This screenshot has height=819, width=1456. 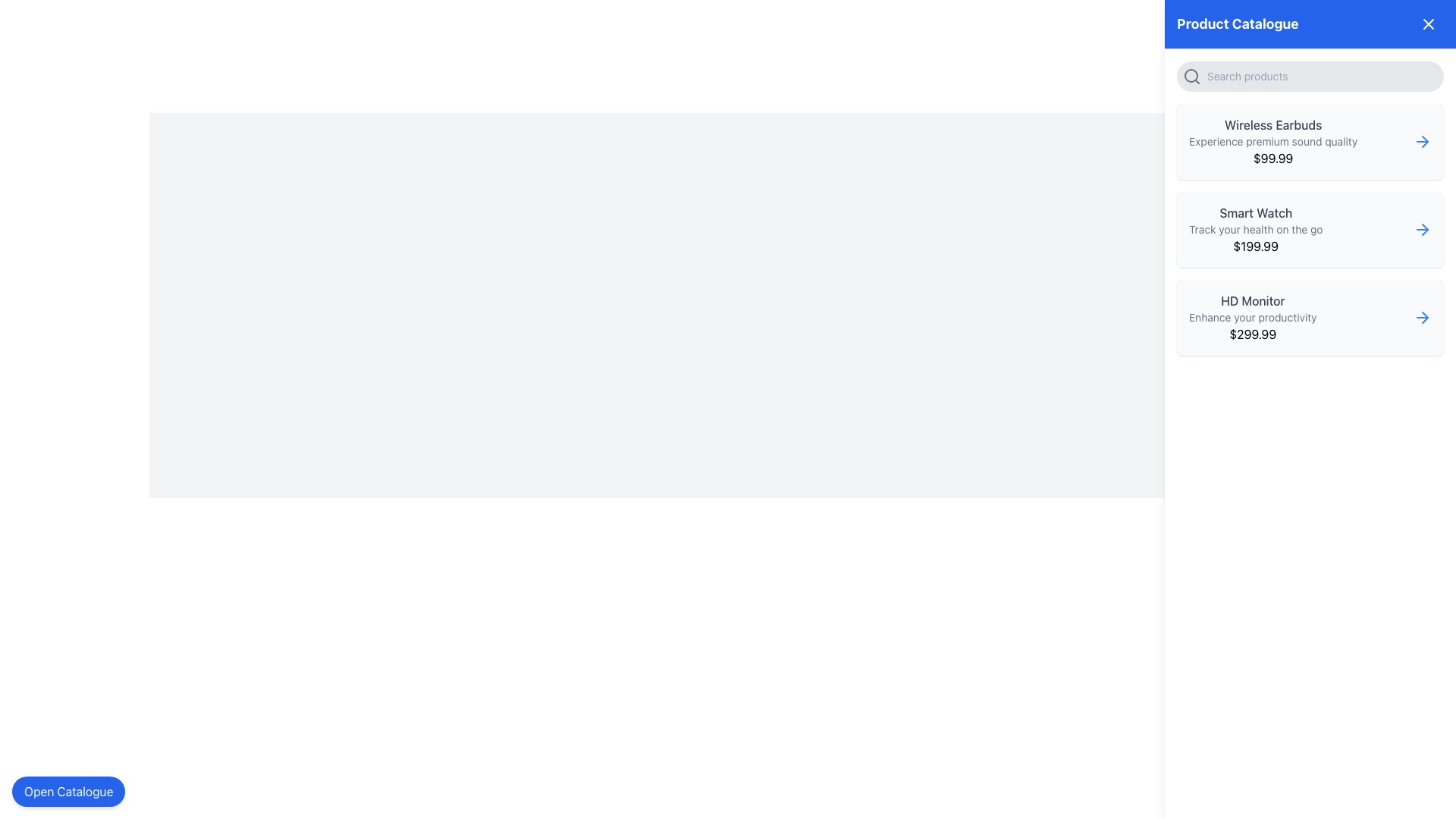 What do you see at coordinates (1253, 301) in the screenshot?
I see `the 'HD Monitor' text label displayed in gray color with medium font weight, located on the third product card in the vertical list of the product catalogue interface` at bounding box center [1253, 301].